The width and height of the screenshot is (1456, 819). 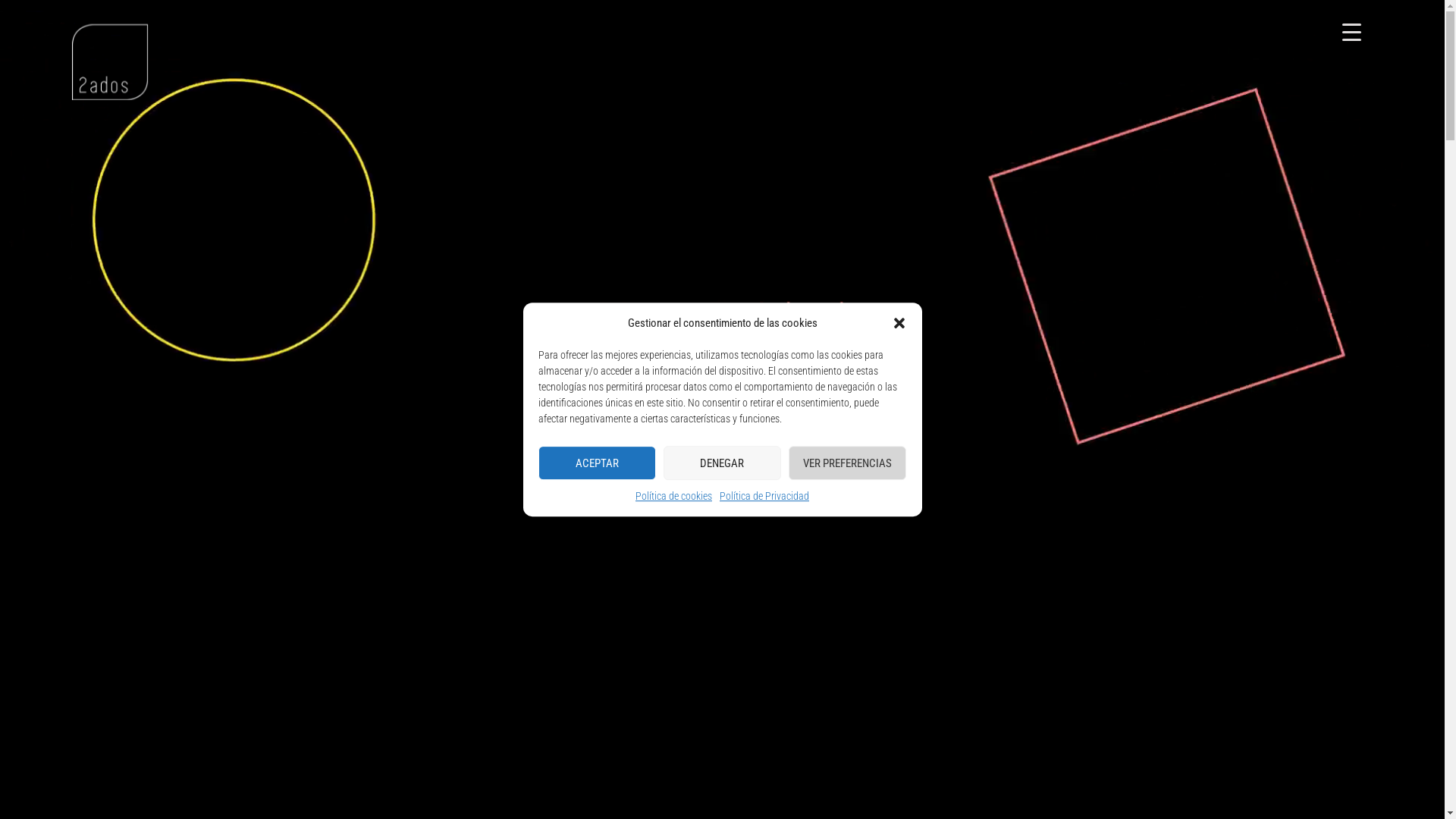 I want to click on 'VER PREFERENCIAS', so click(x=789, y=462).